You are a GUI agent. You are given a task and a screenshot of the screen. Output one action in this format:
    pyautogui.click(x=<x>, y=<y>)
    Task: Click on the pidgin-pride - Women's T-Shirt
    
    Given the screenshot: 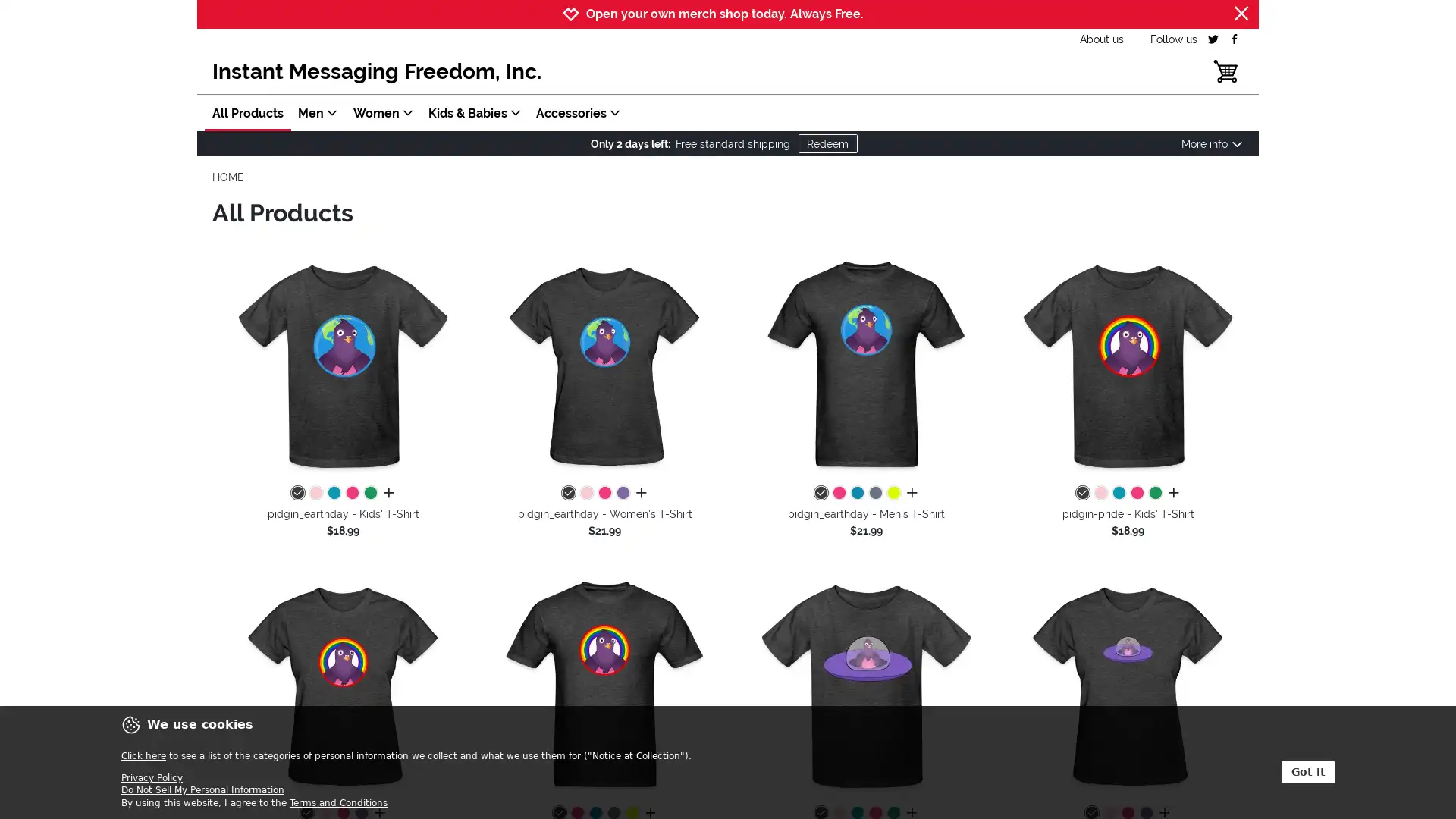 What is the action you would take?
    pyautogui.click(x=342, y=686)
    